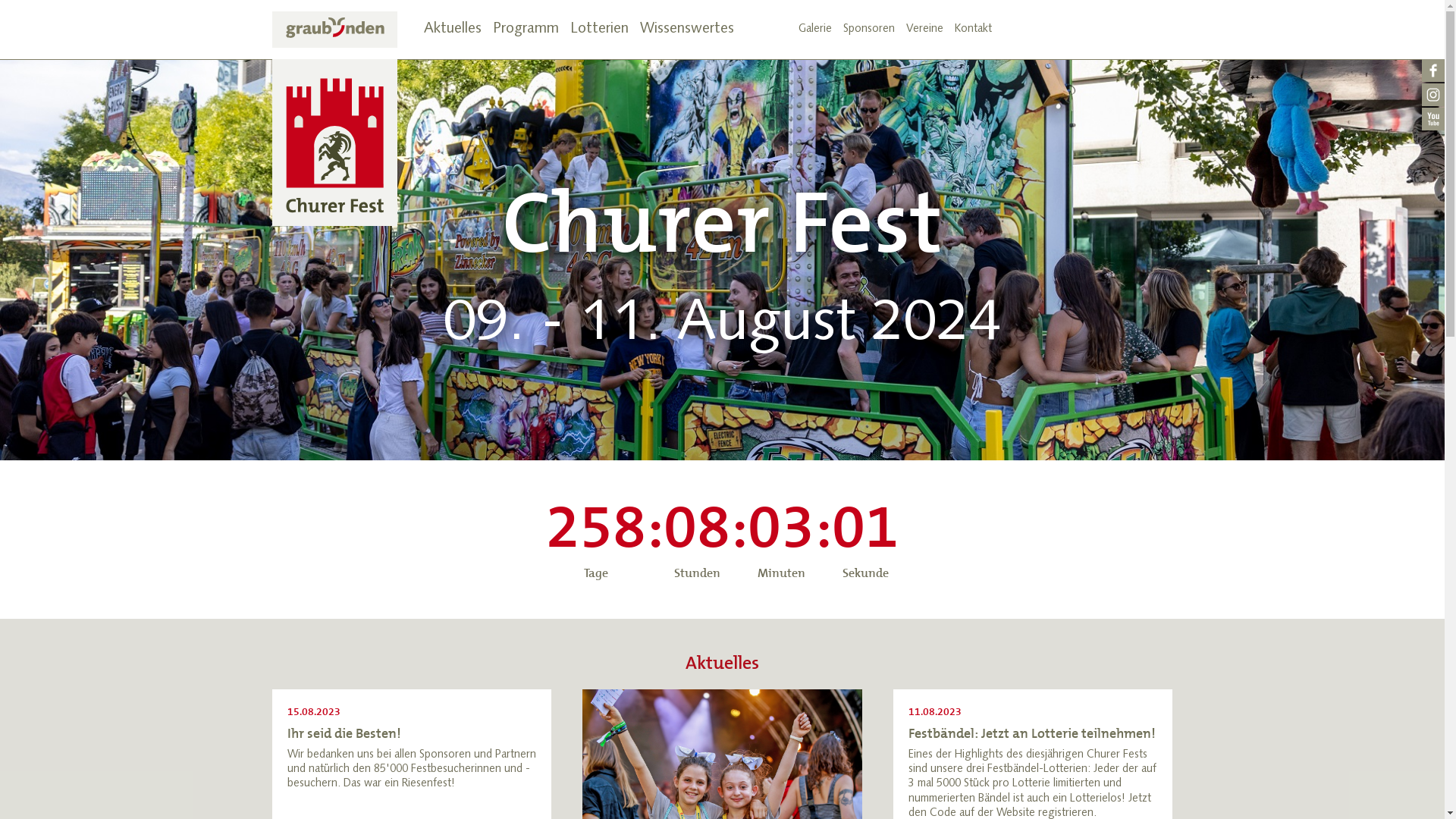 The image size is (1456, 819). What do you see at coordinates (450, 29) in the screenshot?
I see `'Aktuelles'` at bounding box center [450, 29].